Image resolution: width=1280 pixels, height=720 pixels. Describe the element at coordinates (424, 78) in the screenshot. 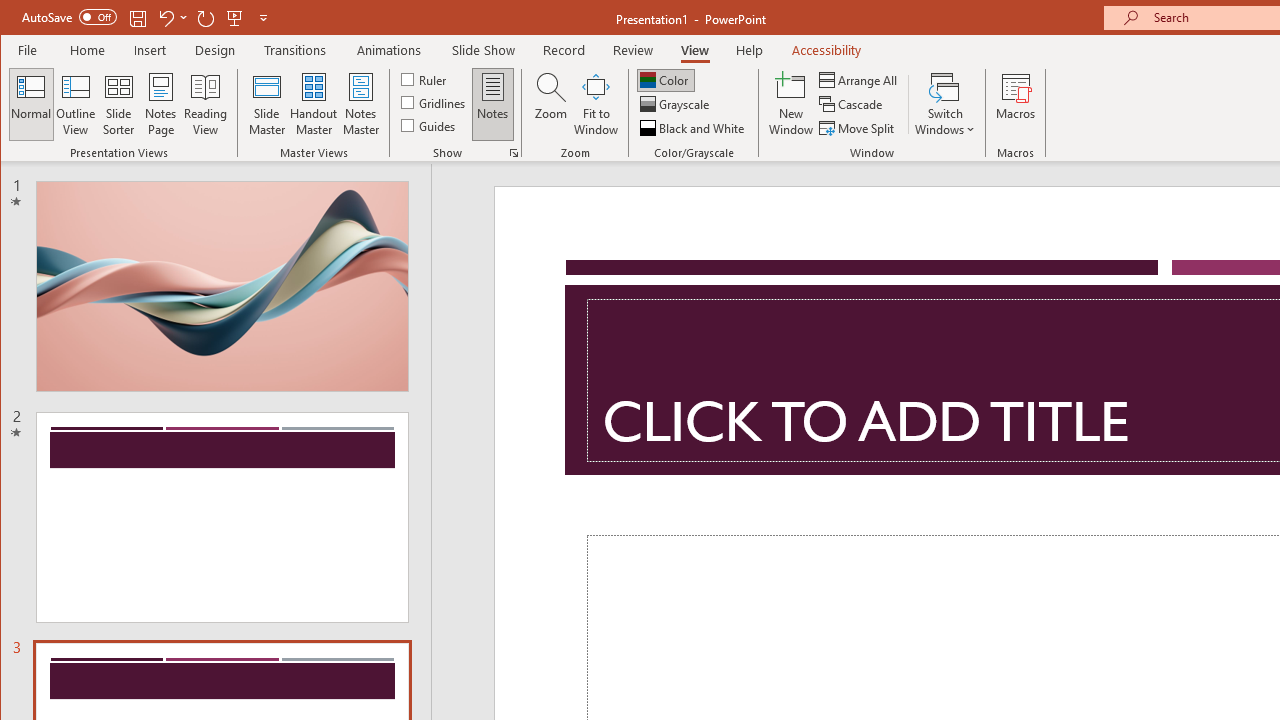

I see `'Ruler'` at that location.